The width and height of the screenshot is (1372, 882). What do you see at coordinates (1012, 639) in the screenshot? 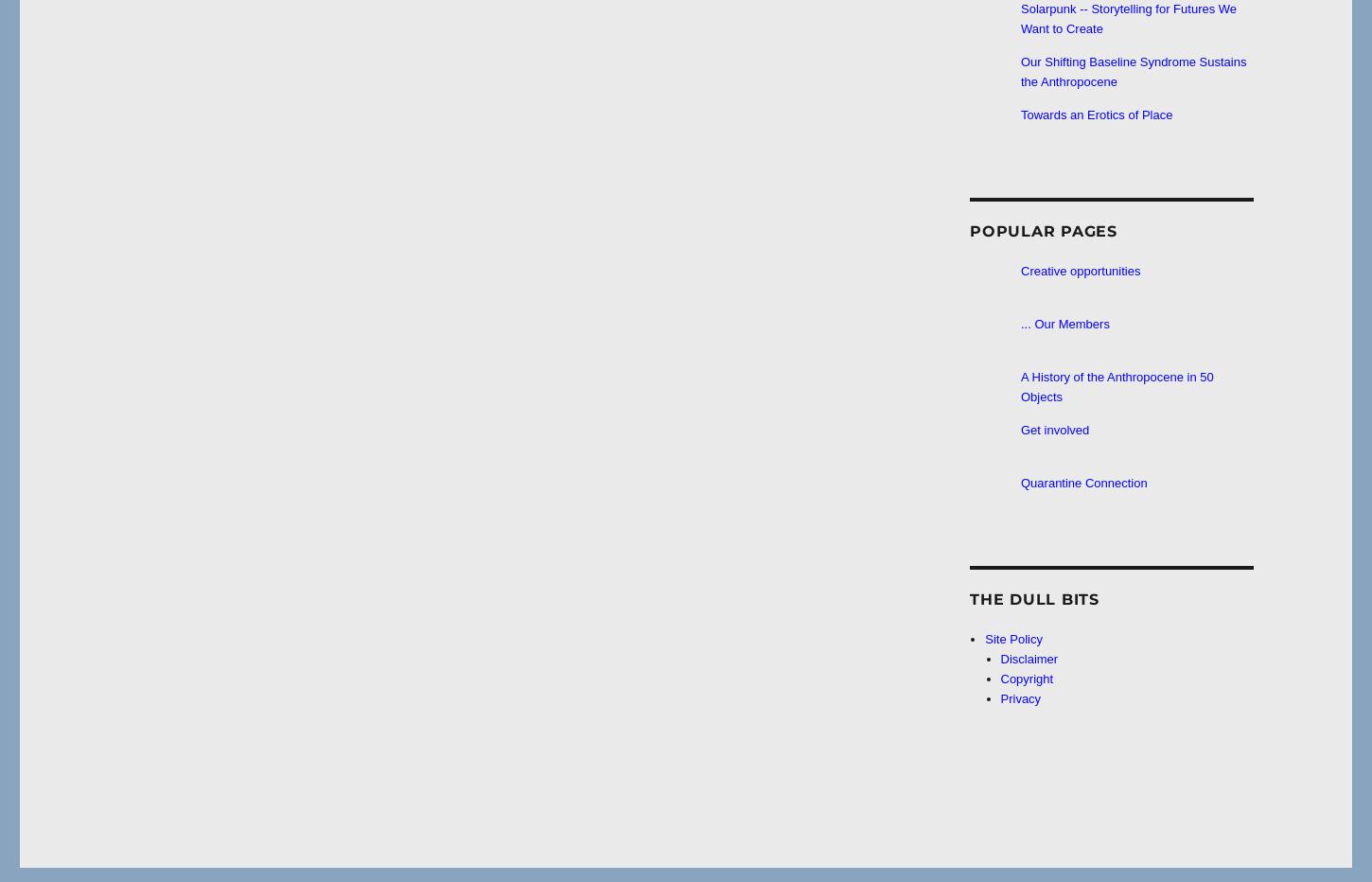
I see `'Site Policy'` at bounding box center [1012, 639].